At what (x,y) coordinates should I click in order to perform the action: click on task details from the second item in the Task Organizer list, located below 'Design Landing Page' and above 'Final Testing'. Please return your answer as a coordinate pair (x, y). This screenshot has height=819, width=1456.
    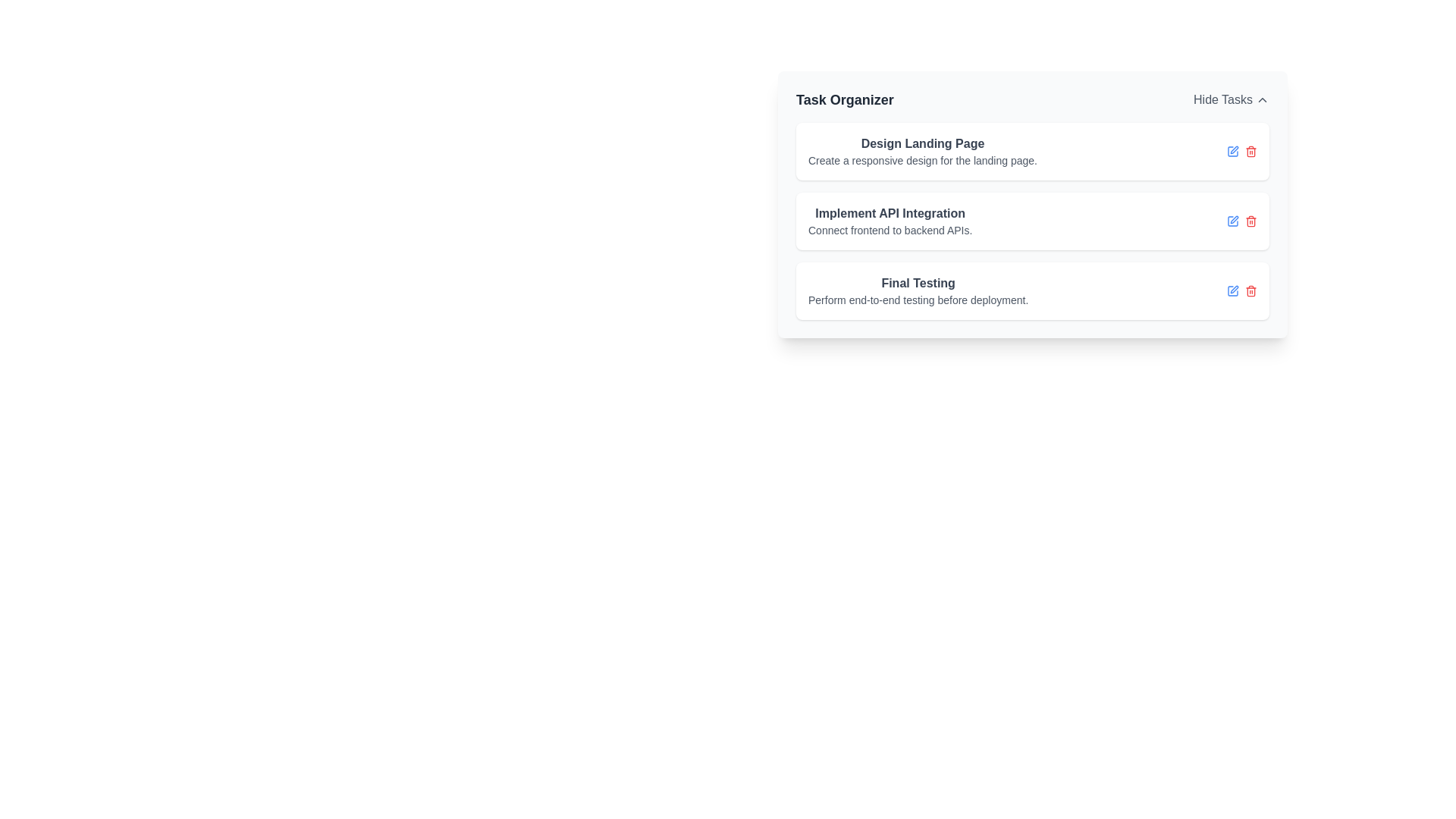
    Looking at the image, I should click on (1032, 221).